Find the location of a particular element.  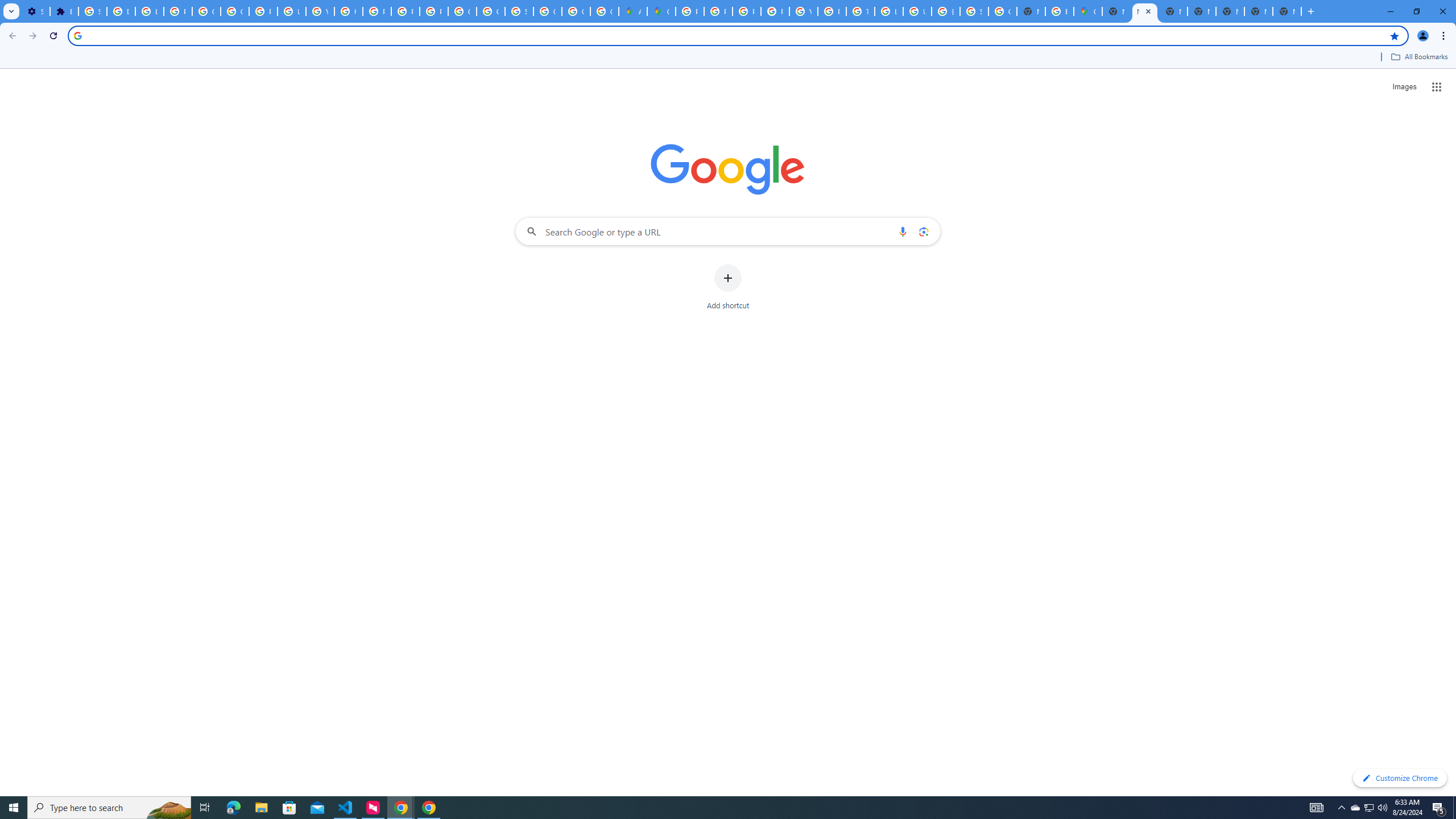

'Policy Accountability and Transparency - Transparency Center' is located at coordinates (689, 11).